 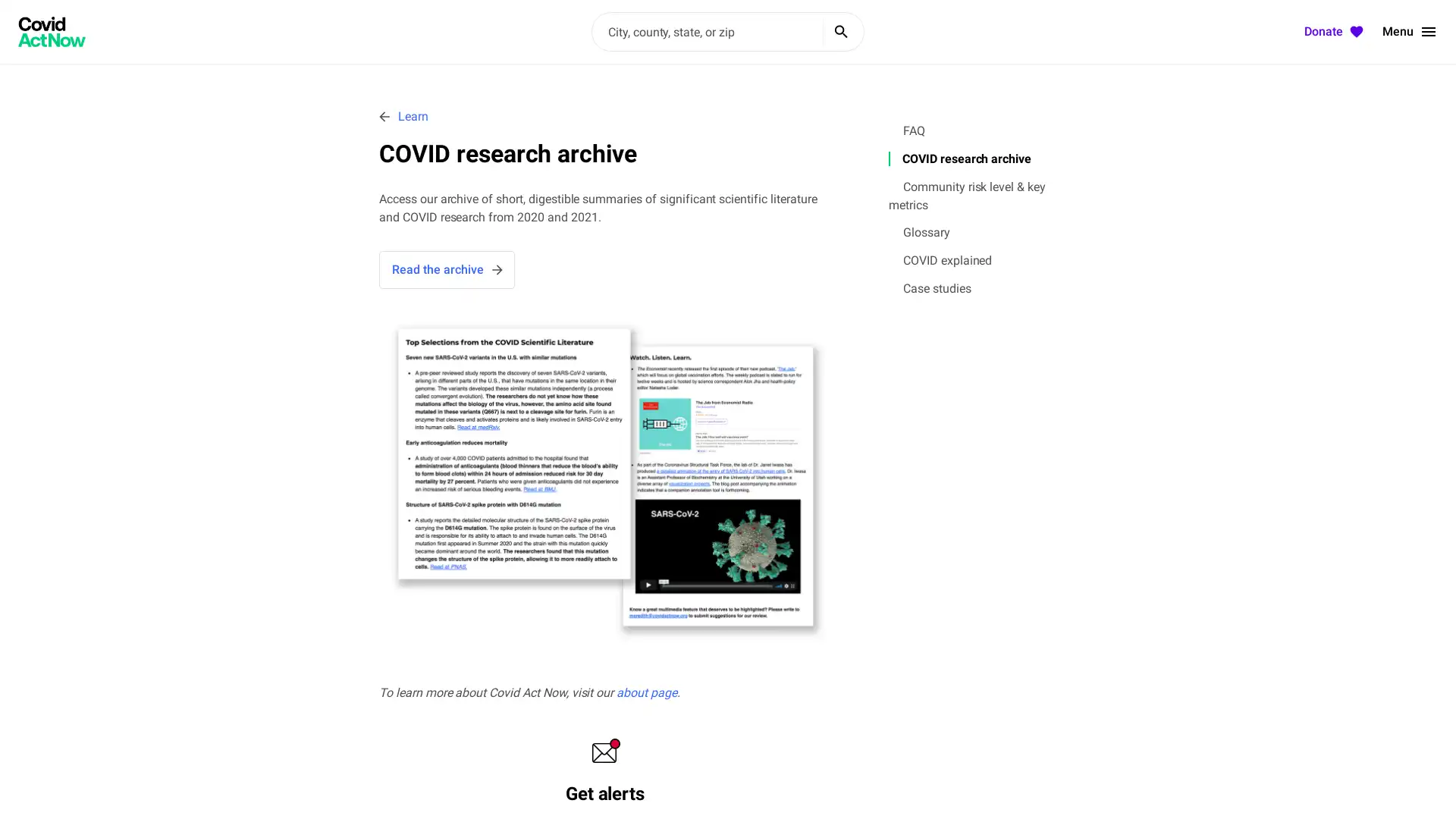 What do you see at coordinates (403, 115) in the screenshot?
I see `Learn` at bounding box center [403, 115].